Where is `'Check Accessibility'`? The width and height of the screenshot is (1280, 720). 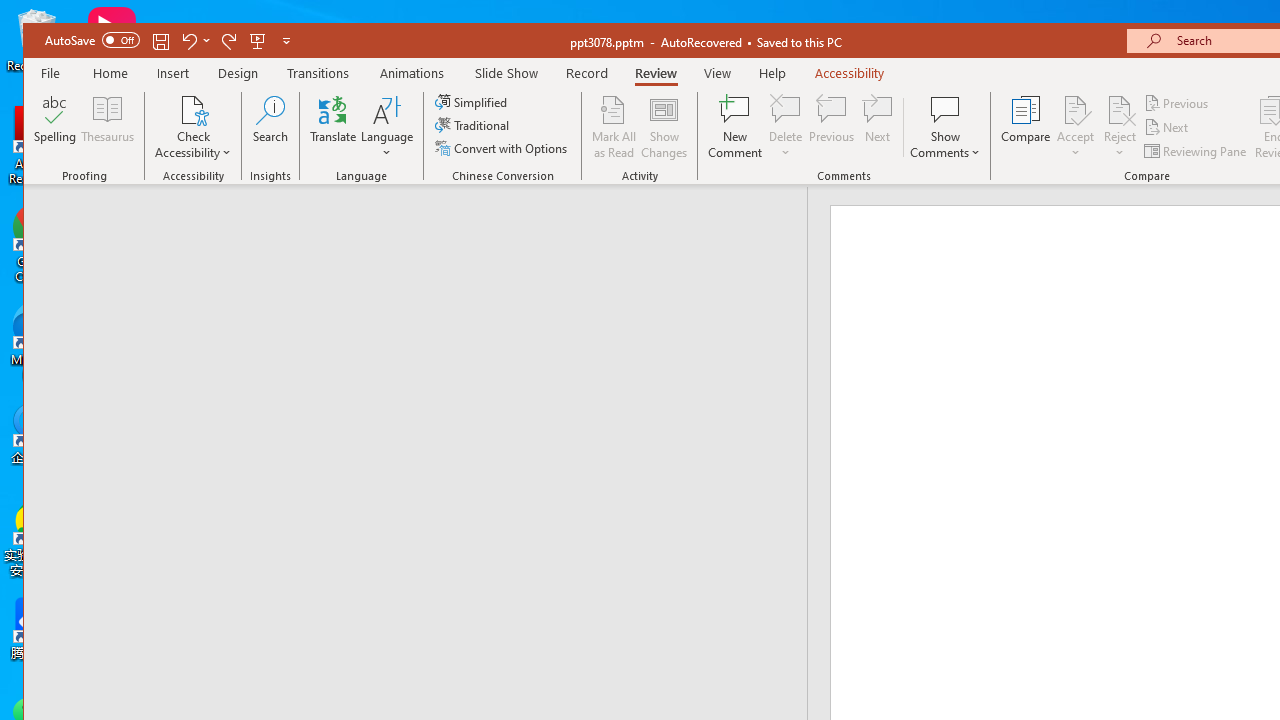
'Check Accessibility' is located at coordinates (193, 127).